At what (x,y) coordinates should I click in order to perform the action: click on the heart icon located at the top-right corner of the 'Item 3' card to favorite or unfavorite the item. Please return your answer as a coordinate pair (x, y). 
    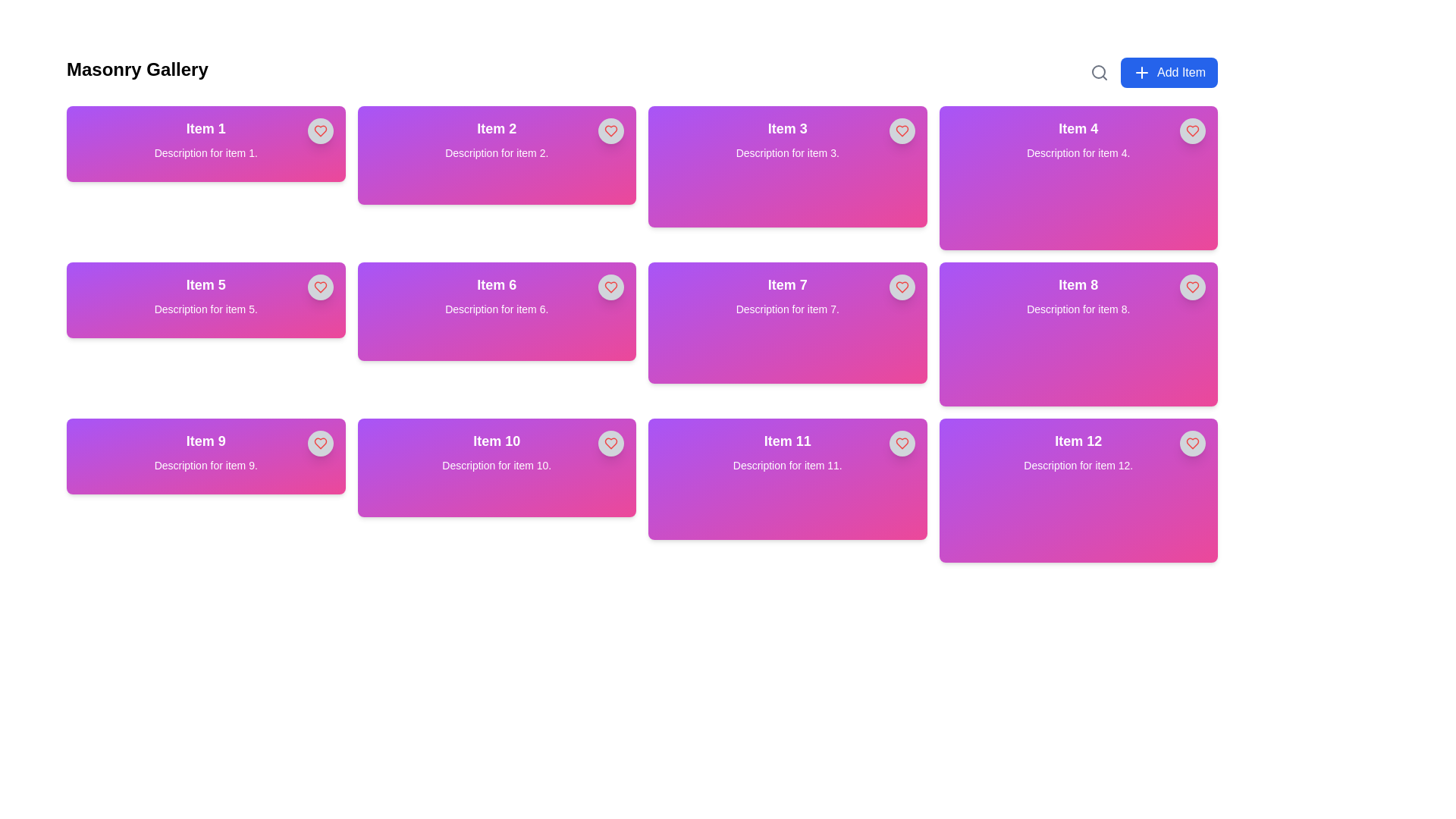
    Looking at the image, I should click on (902, 130).